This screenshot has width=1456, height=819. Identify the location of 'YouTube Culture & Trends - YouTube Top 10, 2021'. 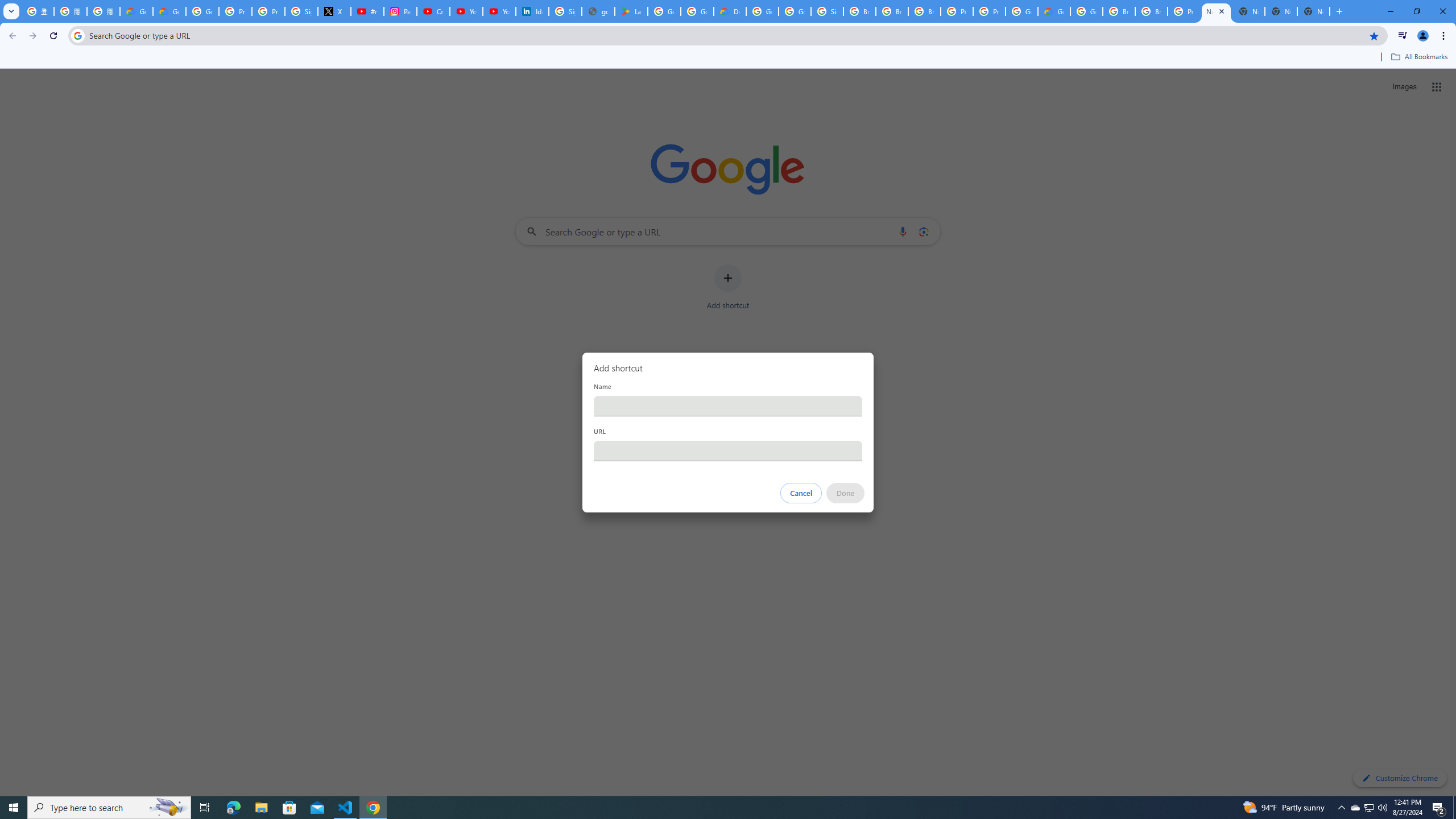
(499, 11).